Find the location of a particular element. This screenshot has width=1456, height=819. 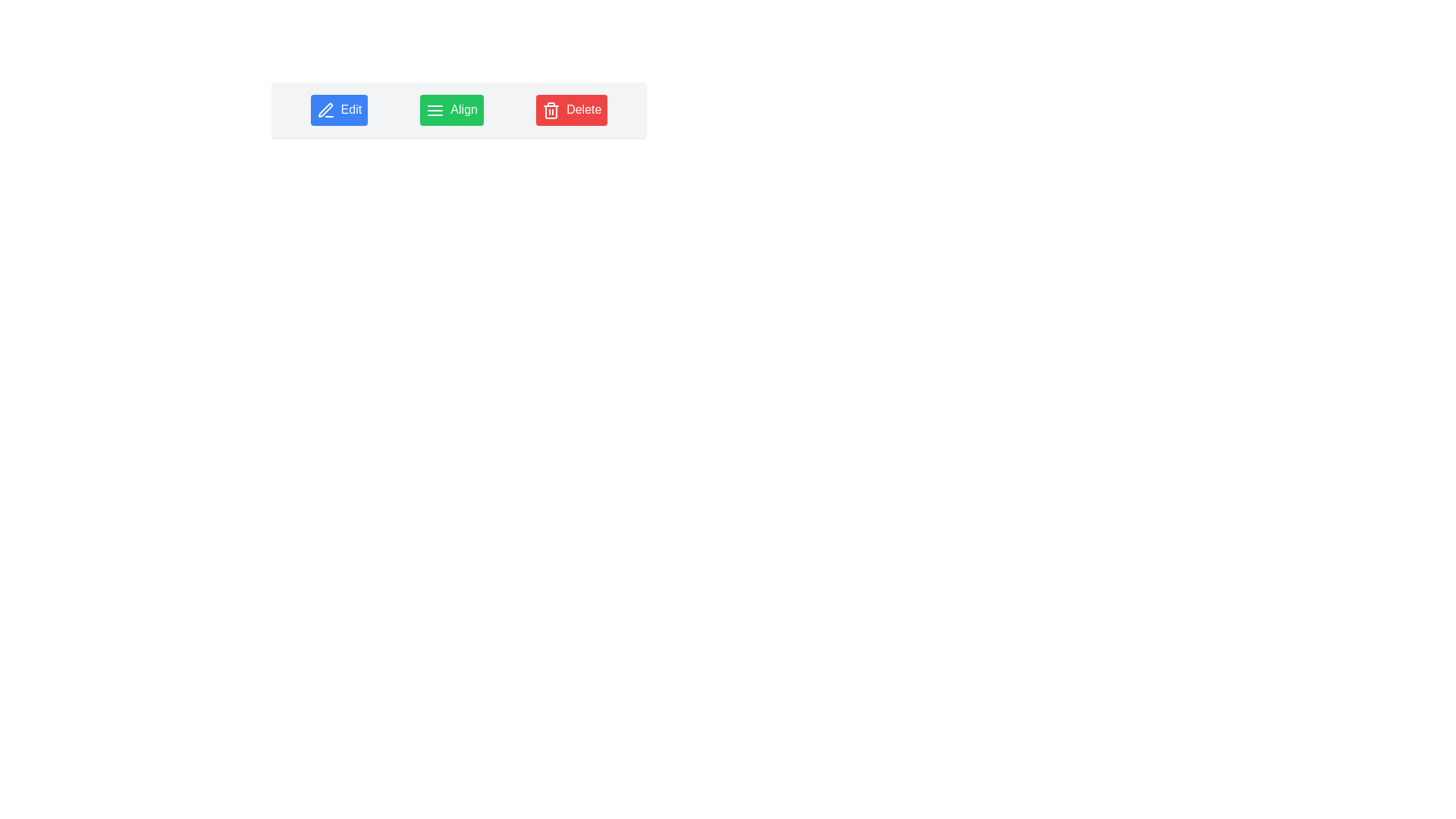

the 'Delete' button, which is the rightmost button in a horizontal group containing 'Edit', 'Align', and 'Delete' is located at coordinates (571, 109).